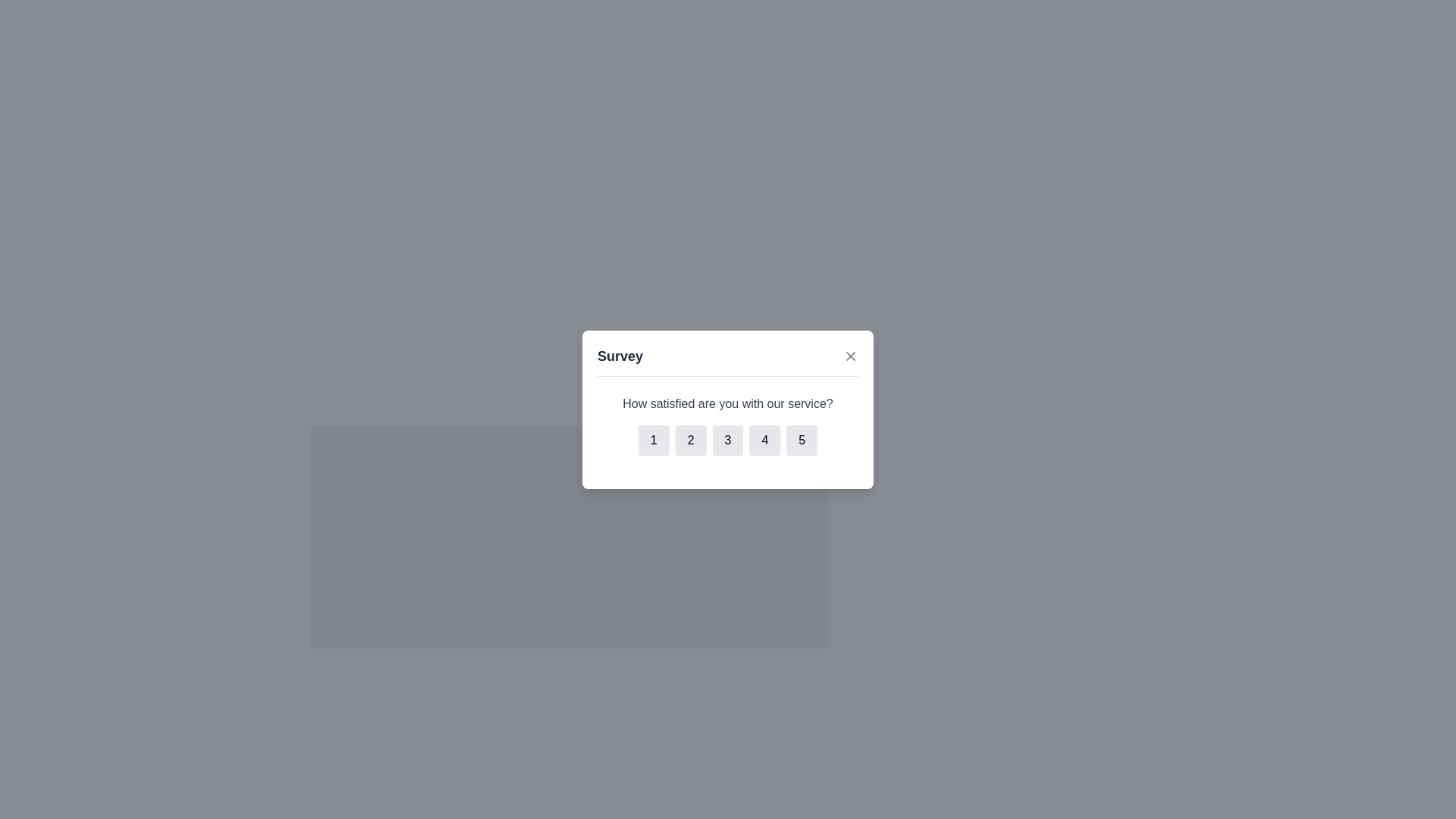 The width and height of the screenshot is (1456, 819). I want to click on the rating button labeled '3' in the horizontally arranged series of buttons under the question 'How satisfied are you with our service?', so click(728, 439).